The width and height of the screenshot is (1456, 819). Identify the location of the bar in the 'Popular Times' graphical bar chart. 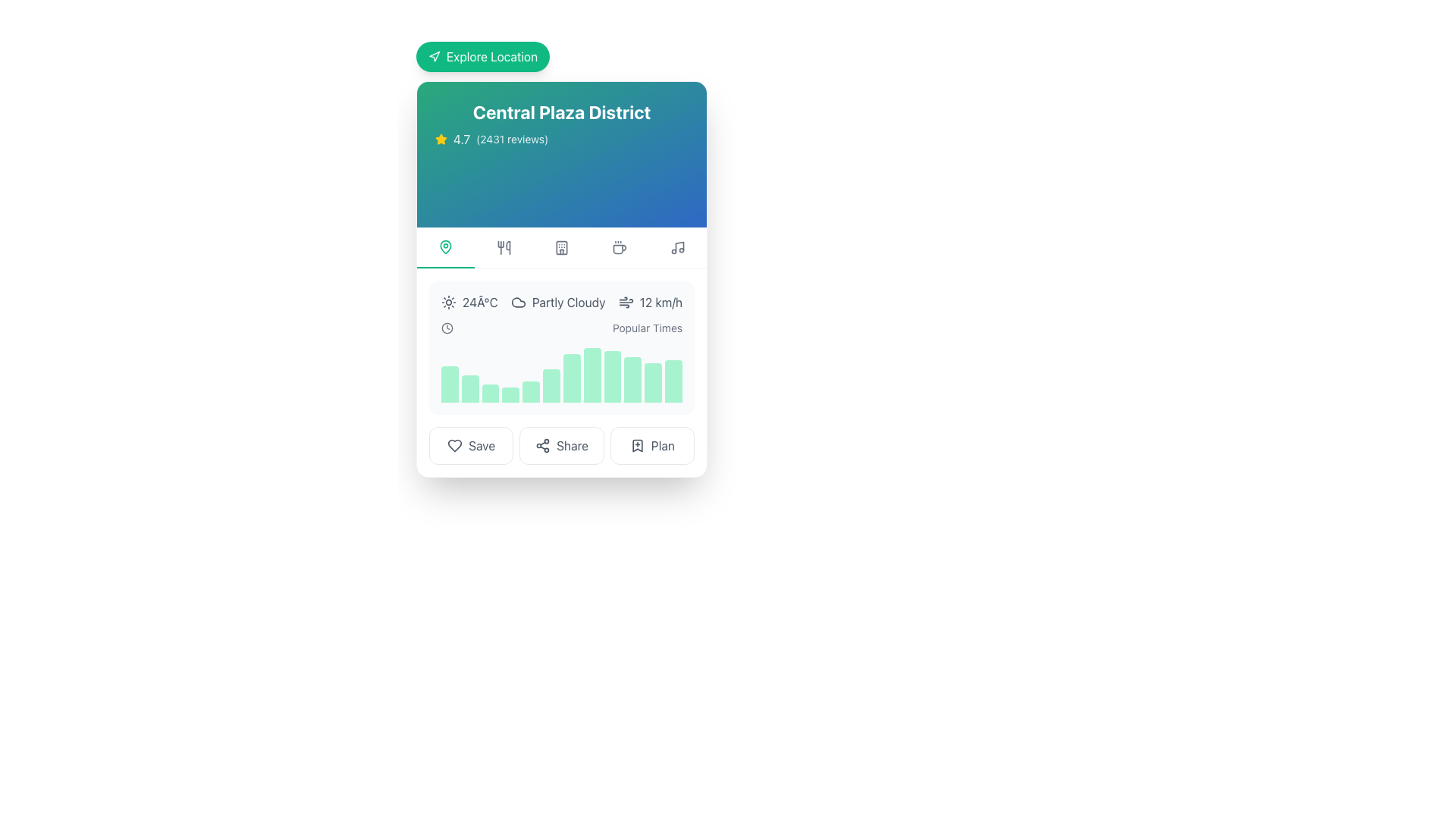
(560, 362).